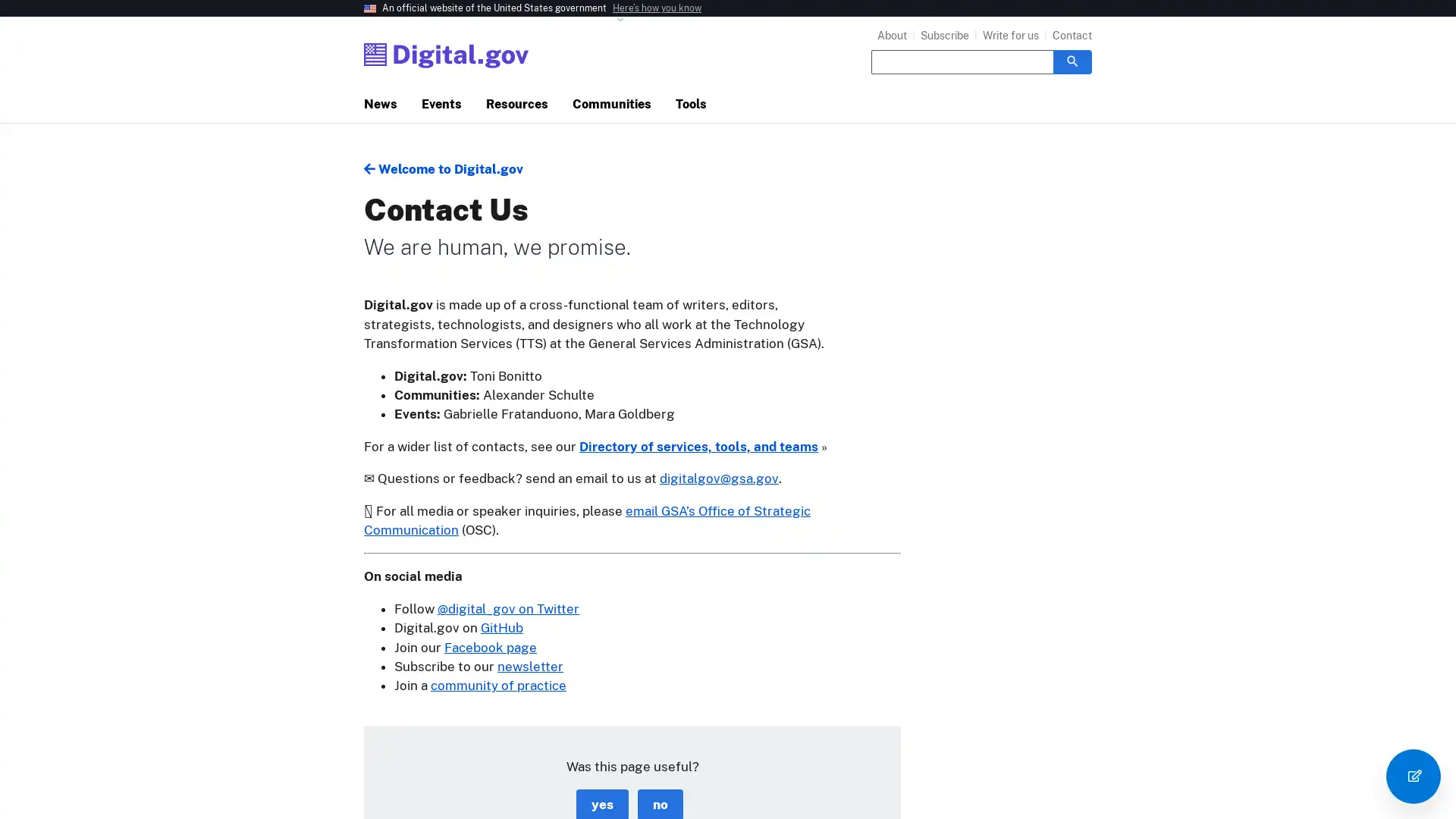  I want to click on Heres how you know, so click(657, 8).